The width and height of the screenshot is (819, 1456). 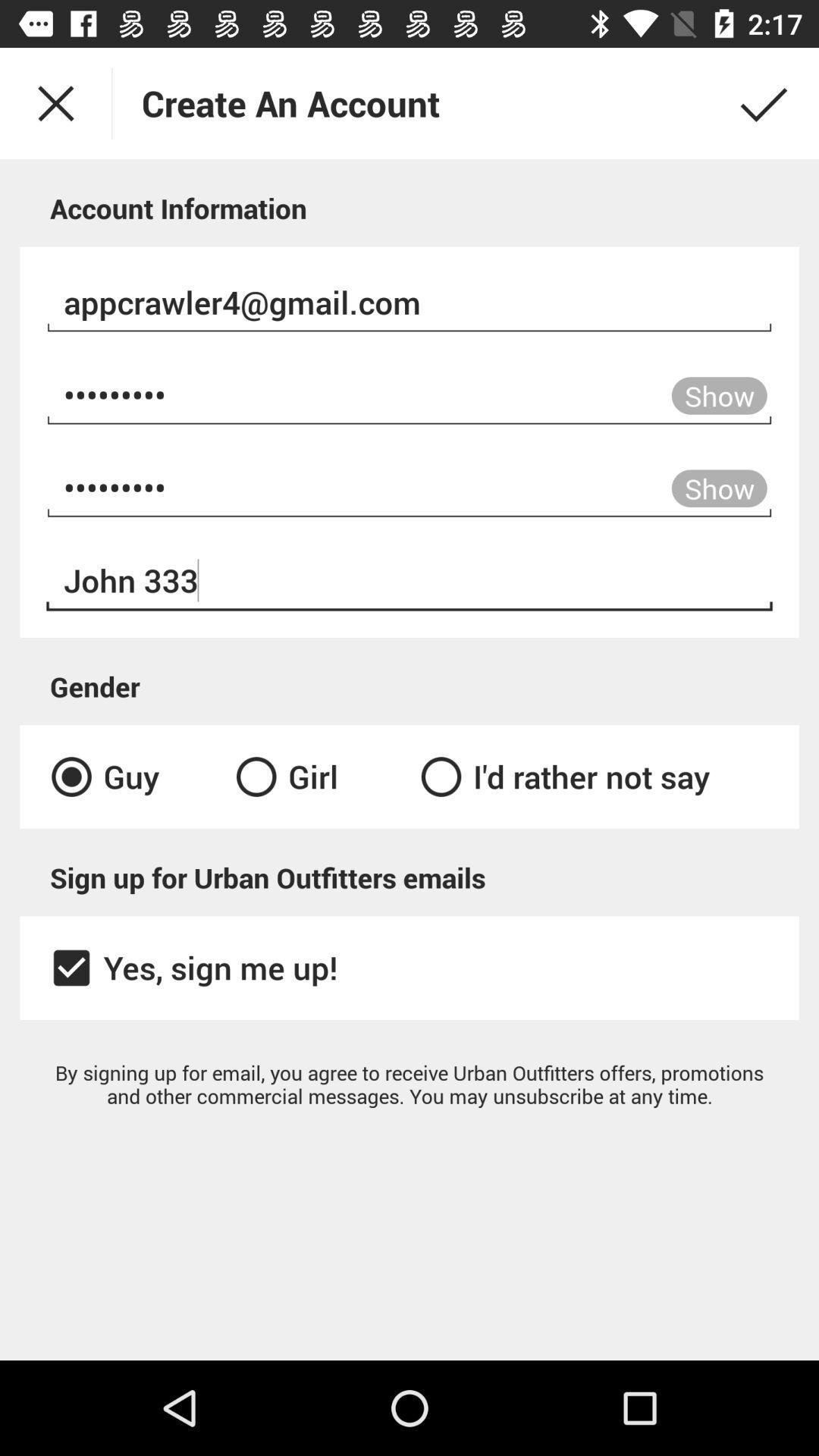 What do you see at coordinates (763, 102) in the screenshot?
I see `the check icon` at bounding box center [763, 102].